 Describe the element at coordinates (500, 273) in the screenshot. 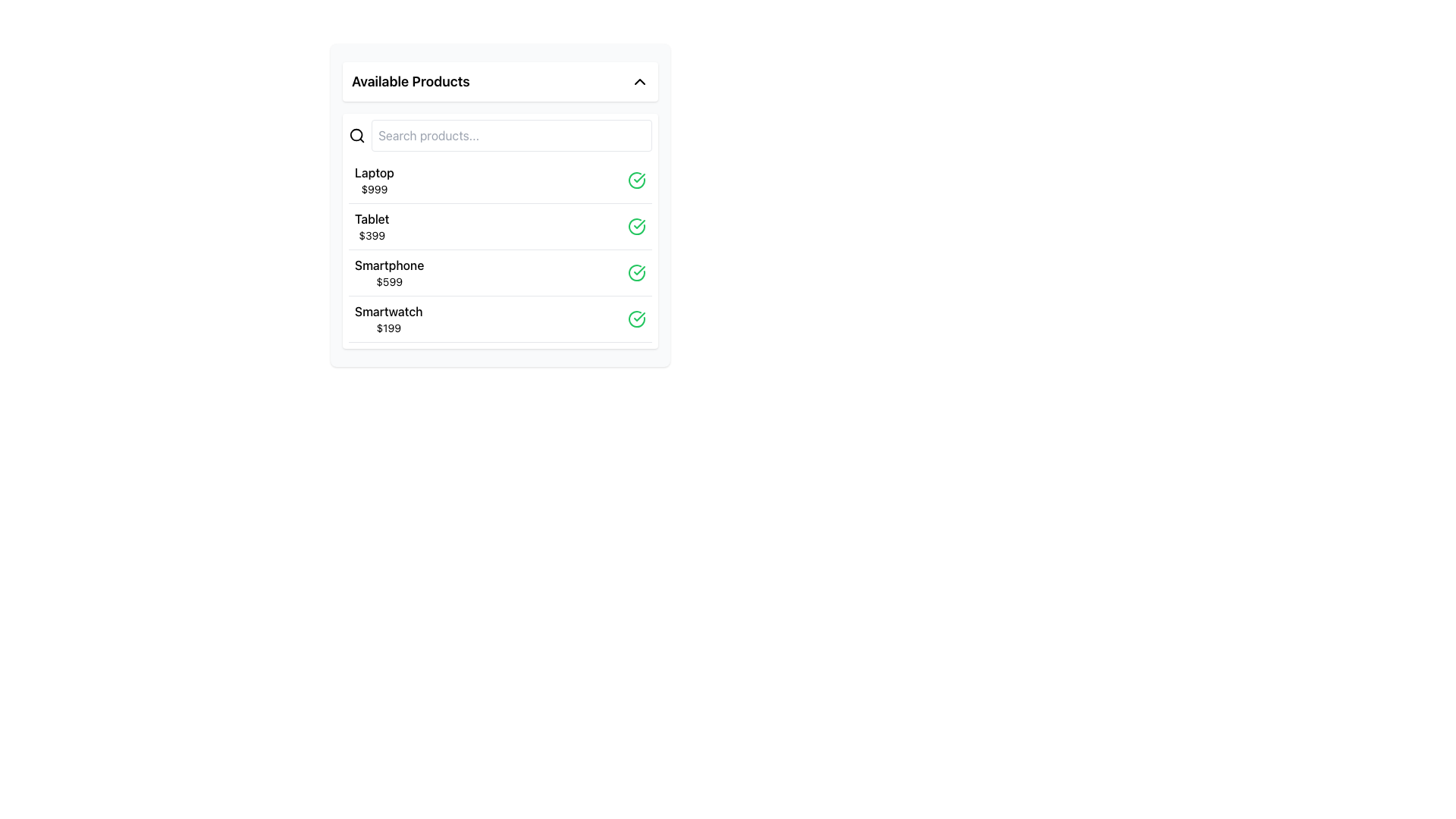

I see `the third item` at that location.